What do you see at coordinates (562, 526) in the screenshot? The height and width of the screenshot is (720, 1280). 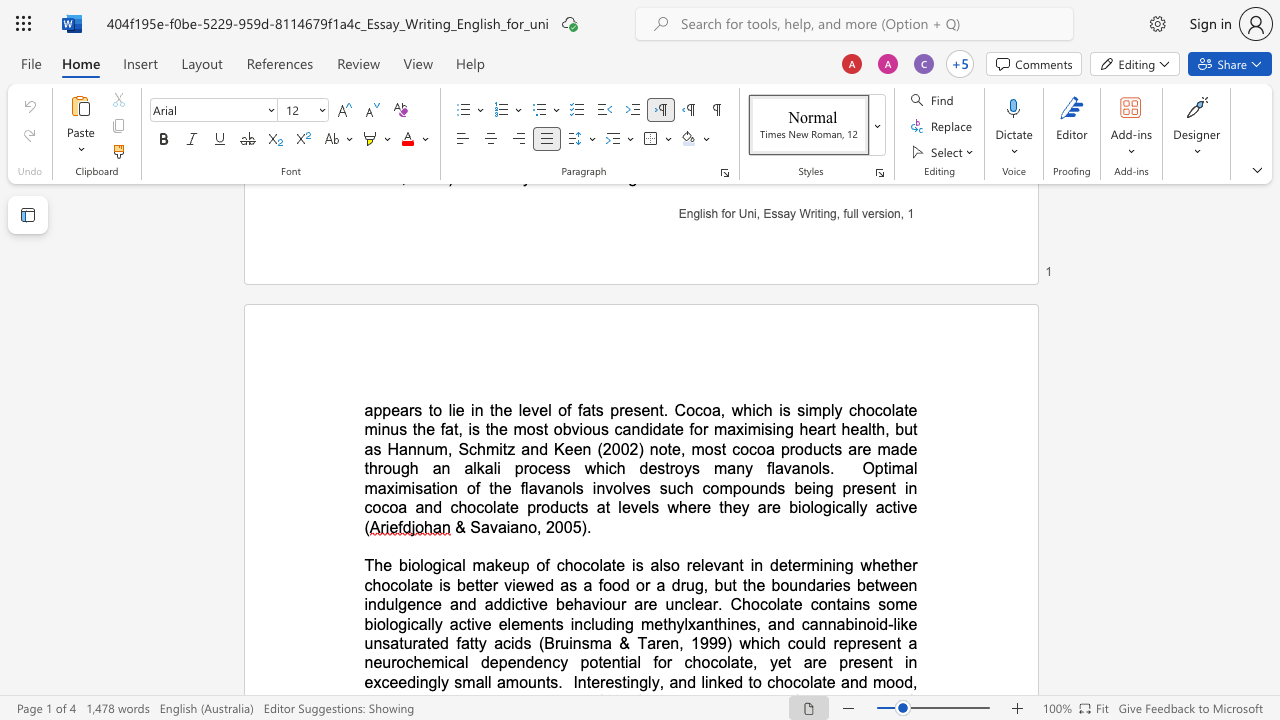 I see `the space between the continuous character "0" and "0" in the text` at bounding box center [562, 526].